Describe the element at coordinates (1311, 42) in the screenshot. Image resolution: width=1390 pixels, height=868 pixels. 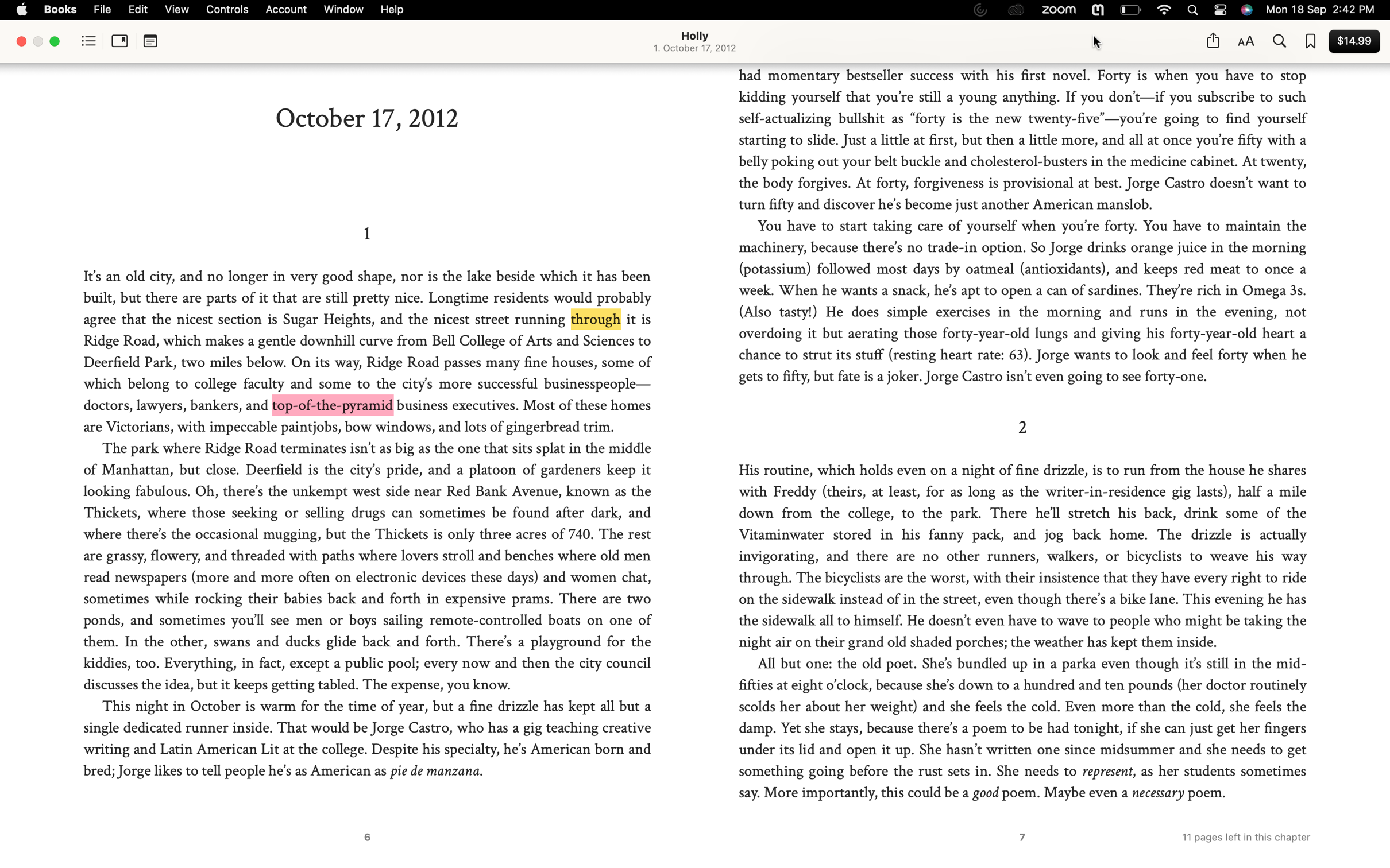
I see `Mark the current webpage for later reference and open the bookmark list` at that location.